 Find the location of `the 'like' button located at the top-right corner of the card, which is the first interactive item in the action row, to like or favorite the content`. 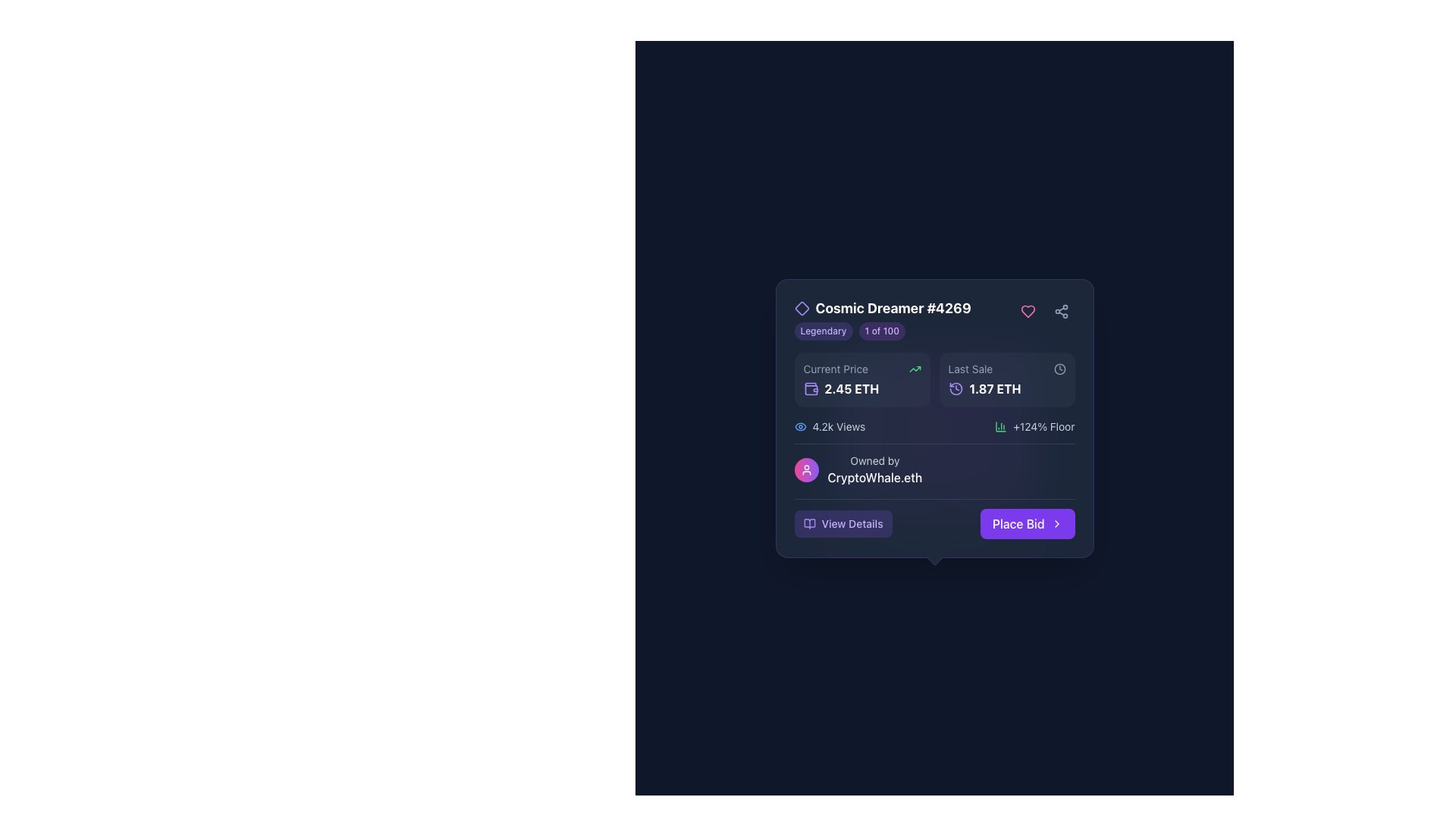

the 'like' button located at the top-right corner of the card, which is the first interactive item in the action row, to like or favorite the content is located at coordinates (1028, 311).